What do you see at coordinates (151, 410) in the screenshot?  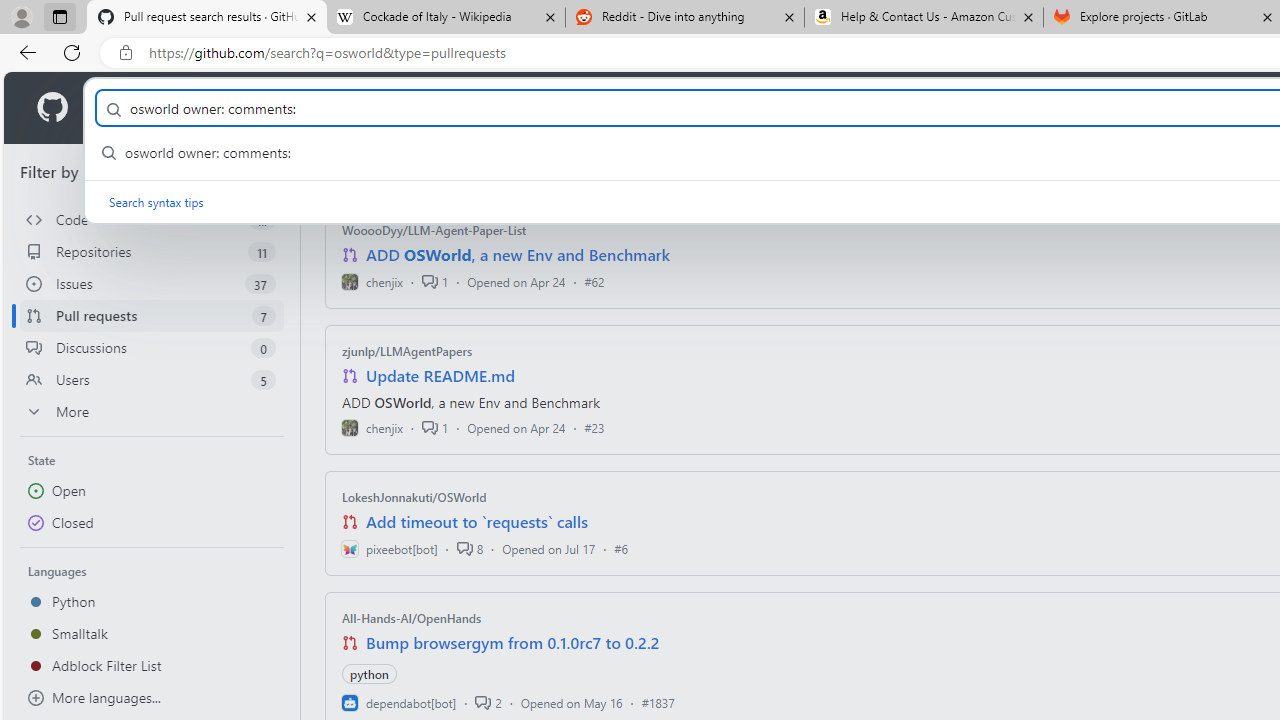 I see `'More'` at bounding box center [151, 410].